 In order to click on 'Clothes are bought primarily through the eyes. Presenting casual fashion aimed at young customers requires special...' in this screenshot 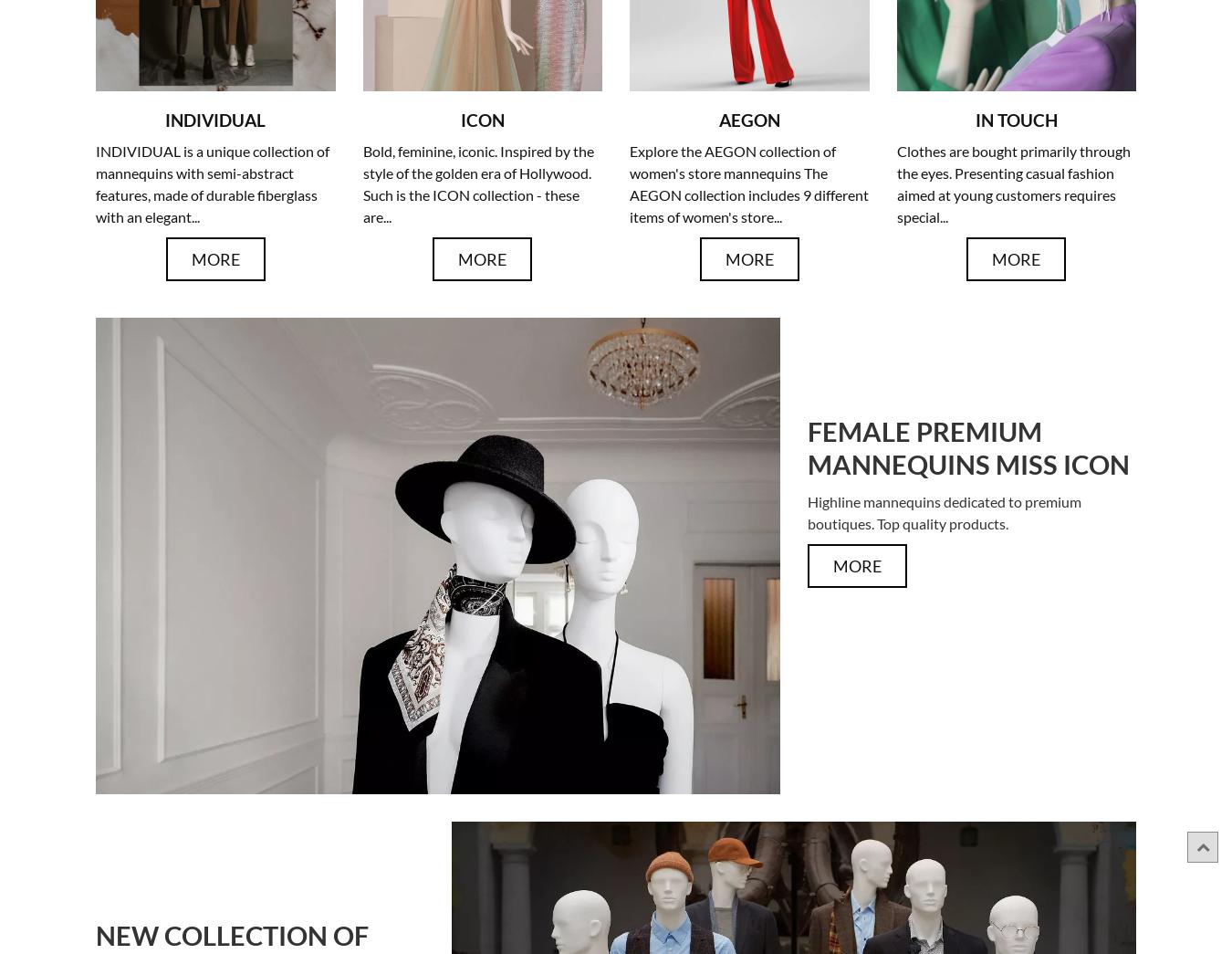, I will do `click(1012, 183)`.